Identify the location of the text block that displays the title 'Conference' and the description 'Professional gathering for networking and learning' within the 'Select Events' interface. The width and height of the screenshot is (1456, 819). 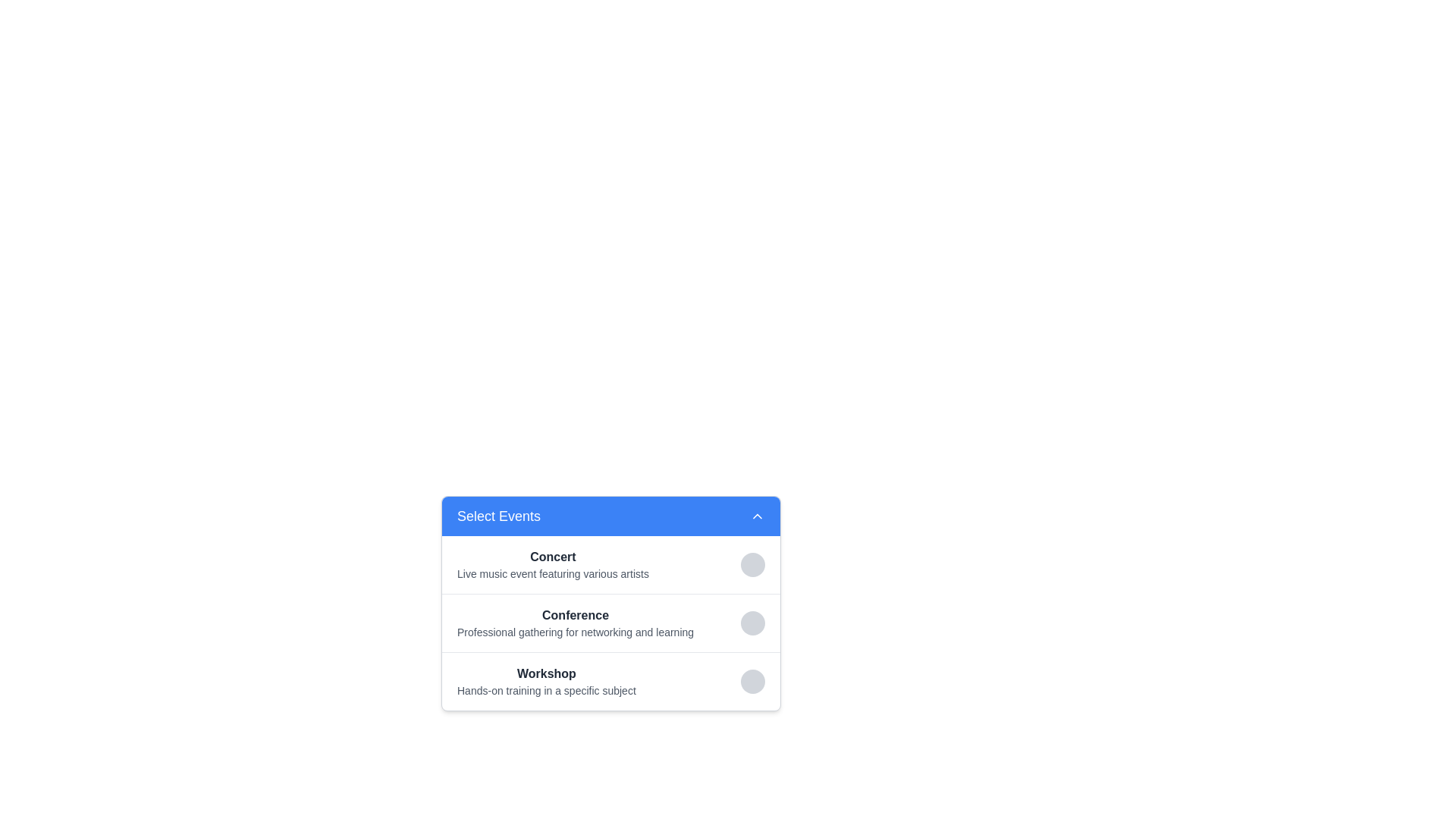
(574, 623).